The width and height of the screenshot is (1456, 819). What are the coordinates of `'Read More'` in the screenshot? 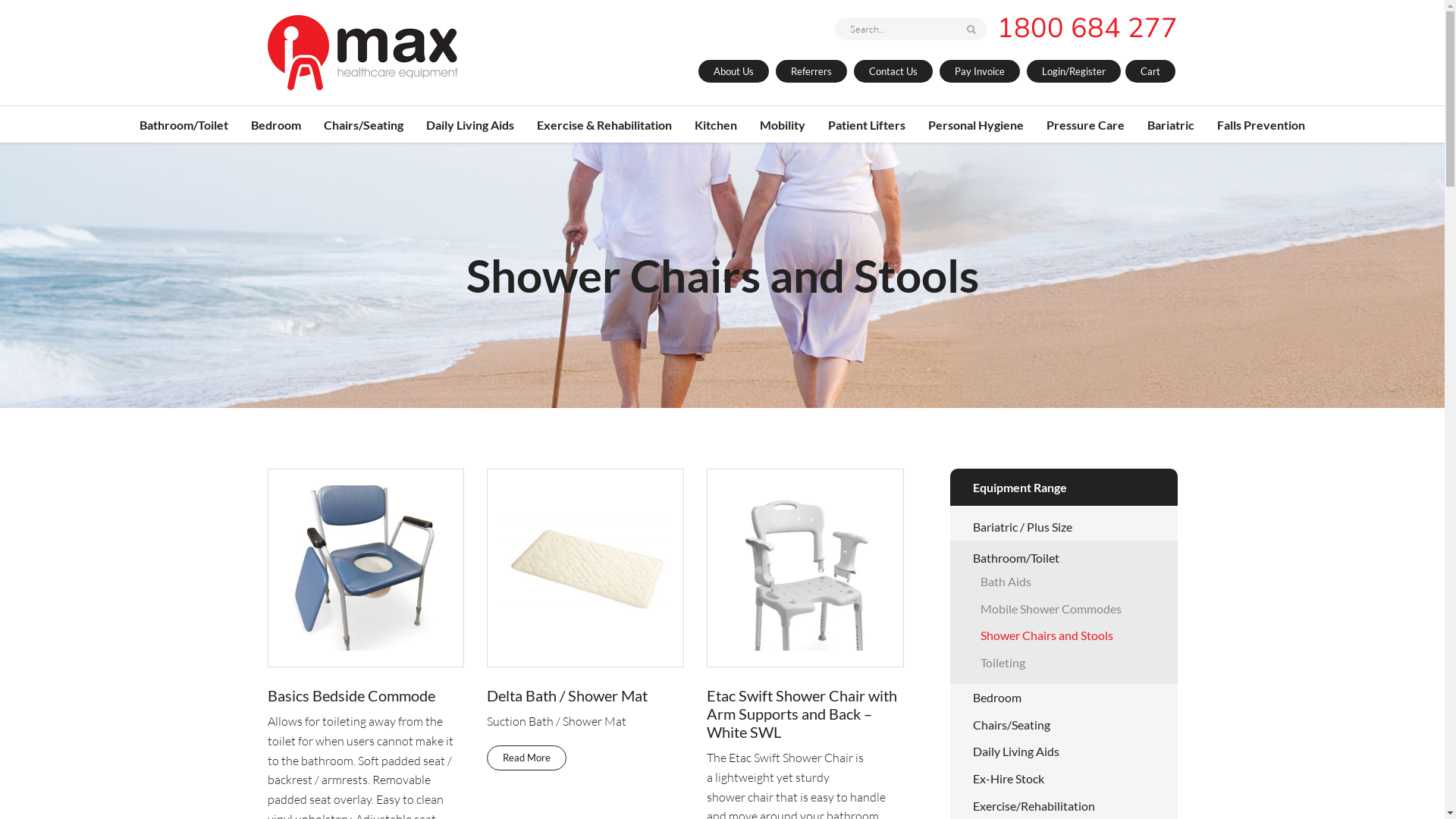 It's located at (526, 758).